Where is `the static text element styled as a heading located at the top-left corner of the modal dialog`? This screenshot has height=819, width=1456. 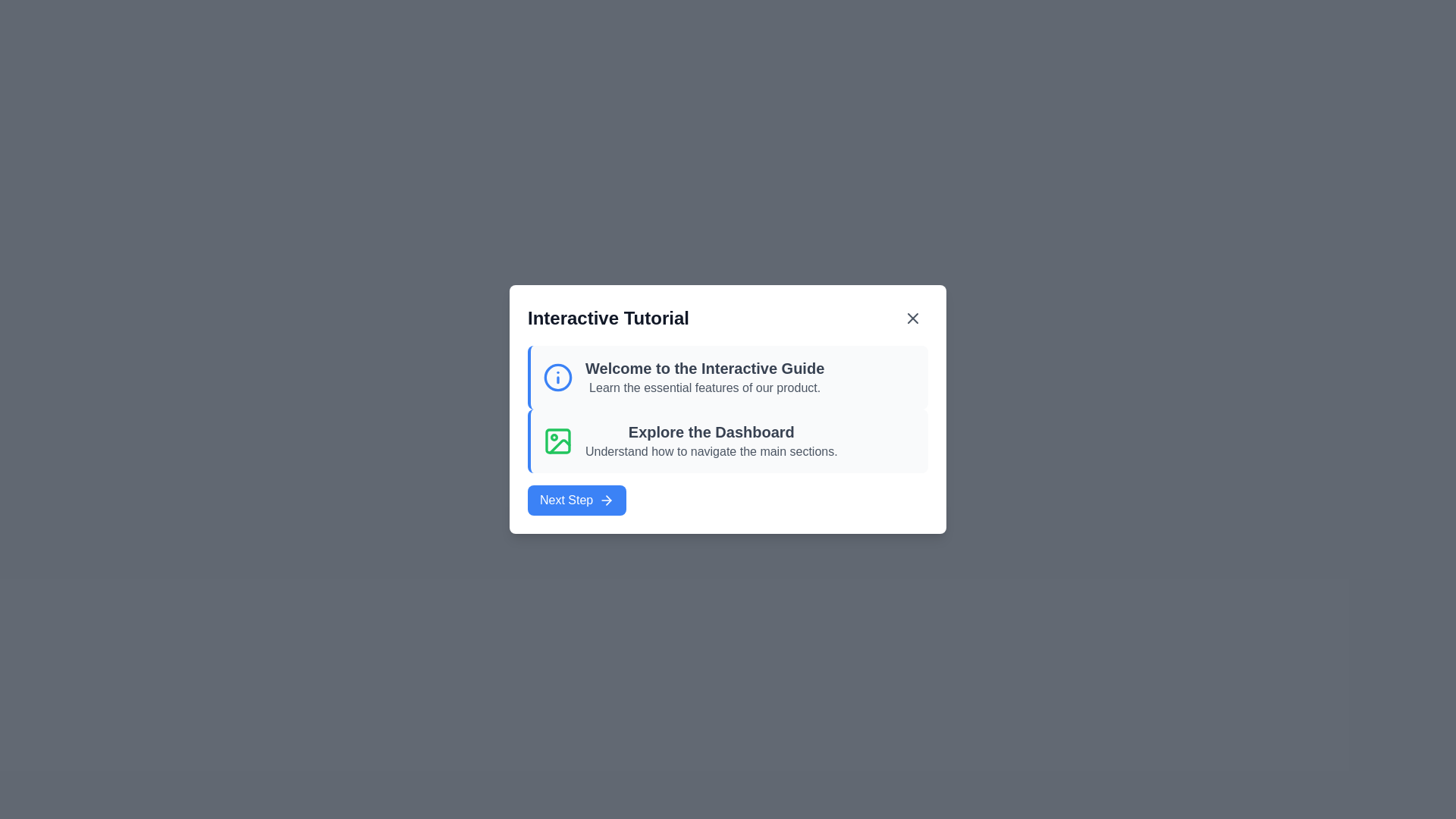 the static text element styled as a heading located at the top-left corner of the modal dialog is located at coordinates (608, 318).